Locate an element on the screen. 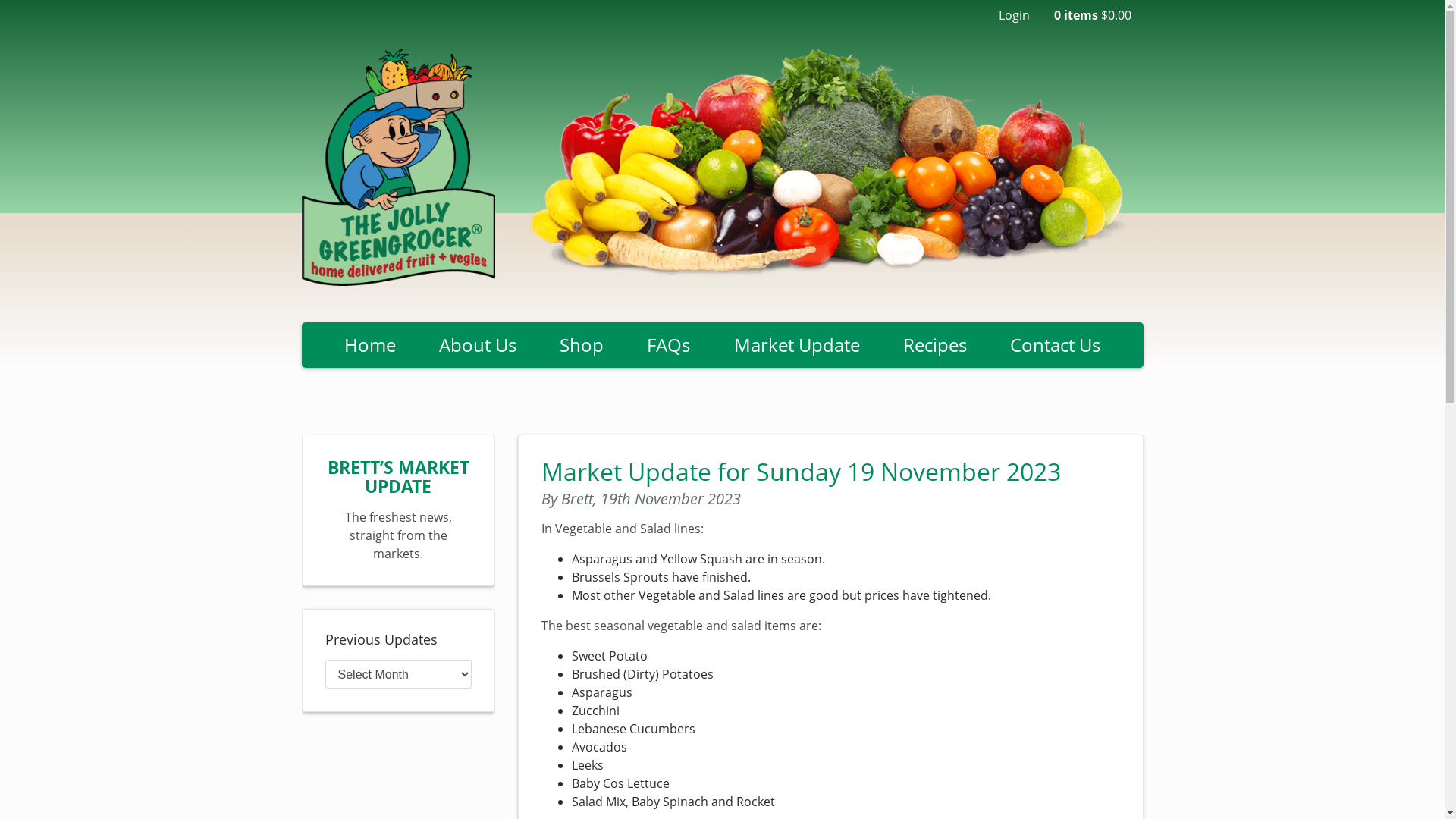 Image resolution: width=1456 pixels, height=819 pixels. 'FAQs' is located at coordinates (668, 345).